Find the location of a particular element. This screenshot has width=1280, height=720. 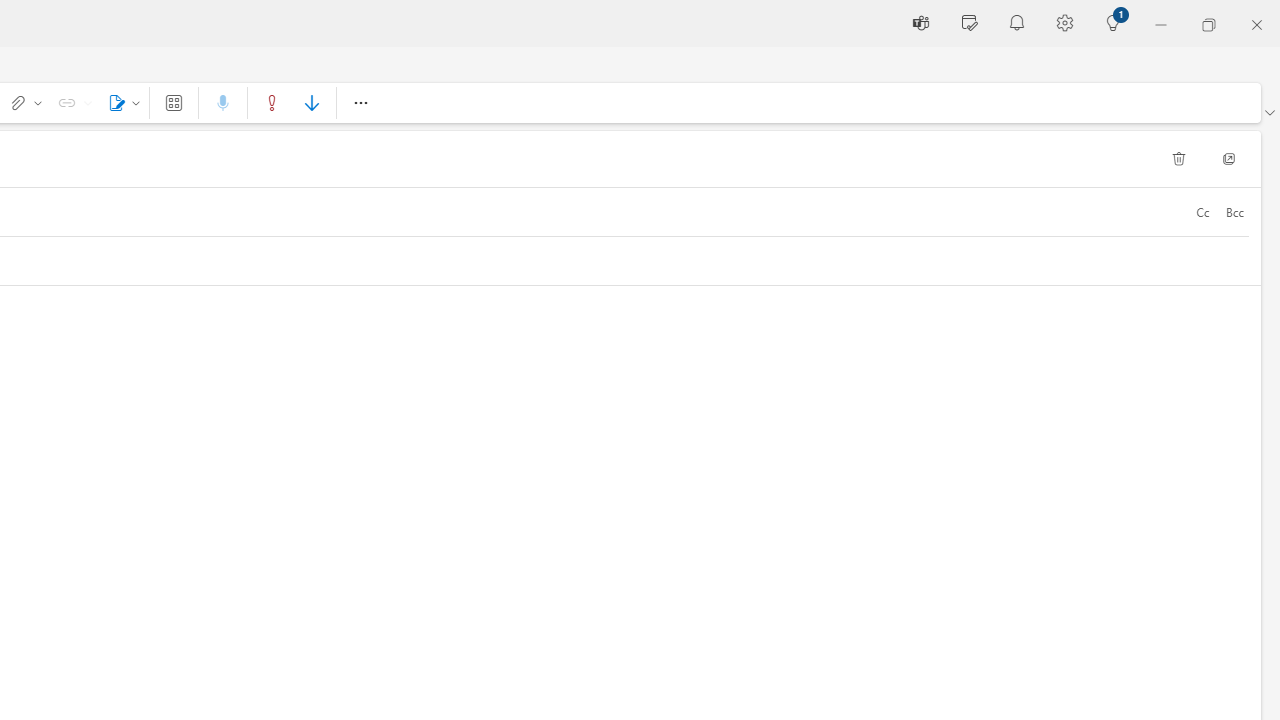

'Low importance' is located at coordinates (310, 102).